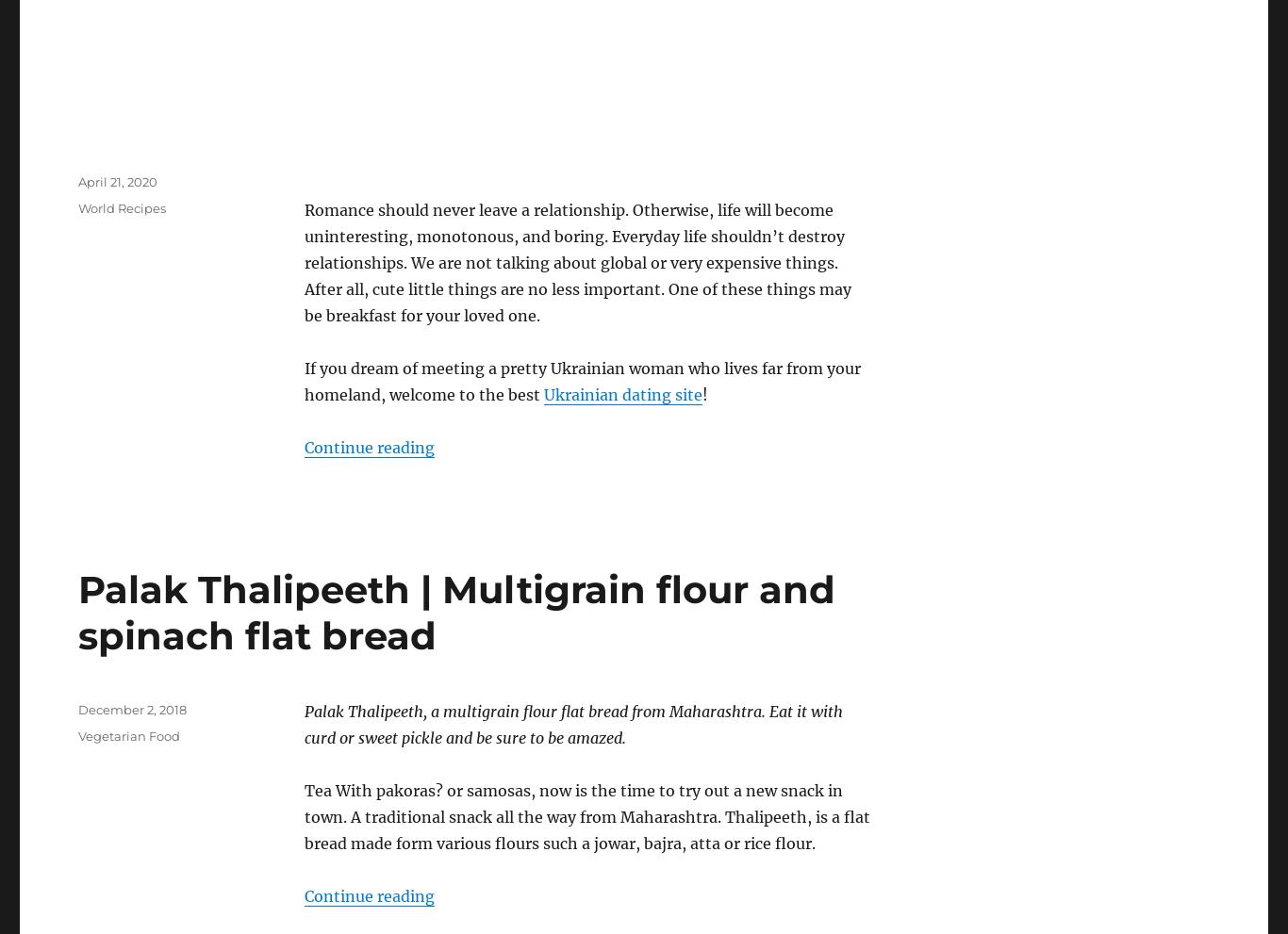 The width and height of the screenshot is (1288, 934). Describe the element at coordinates (622, 394) in the screenshot. I see `'Ukrainian dating site'` at that location.